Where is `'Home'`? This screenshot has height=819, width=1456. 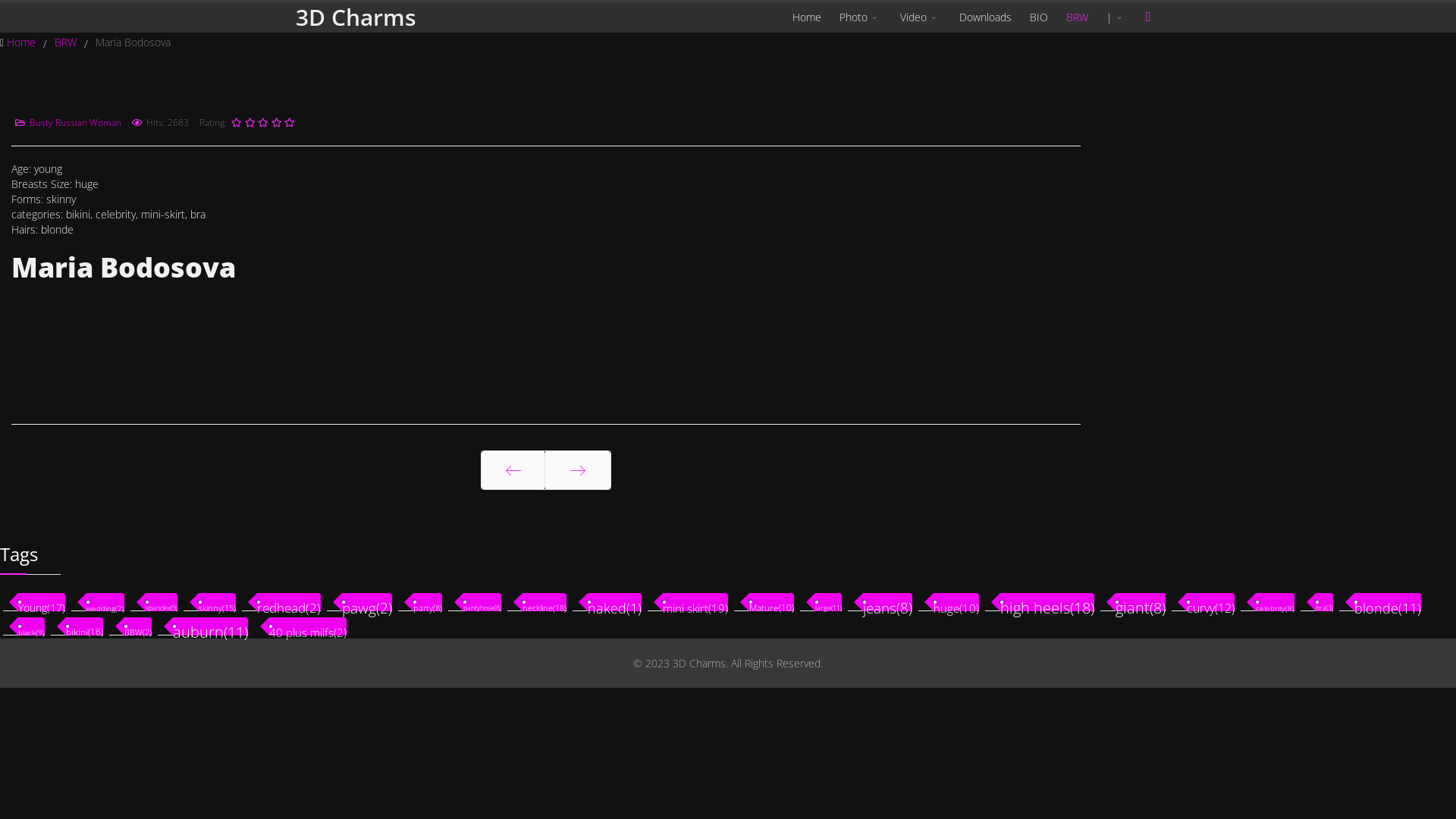 'Home' is located at coordinates (806, 17).